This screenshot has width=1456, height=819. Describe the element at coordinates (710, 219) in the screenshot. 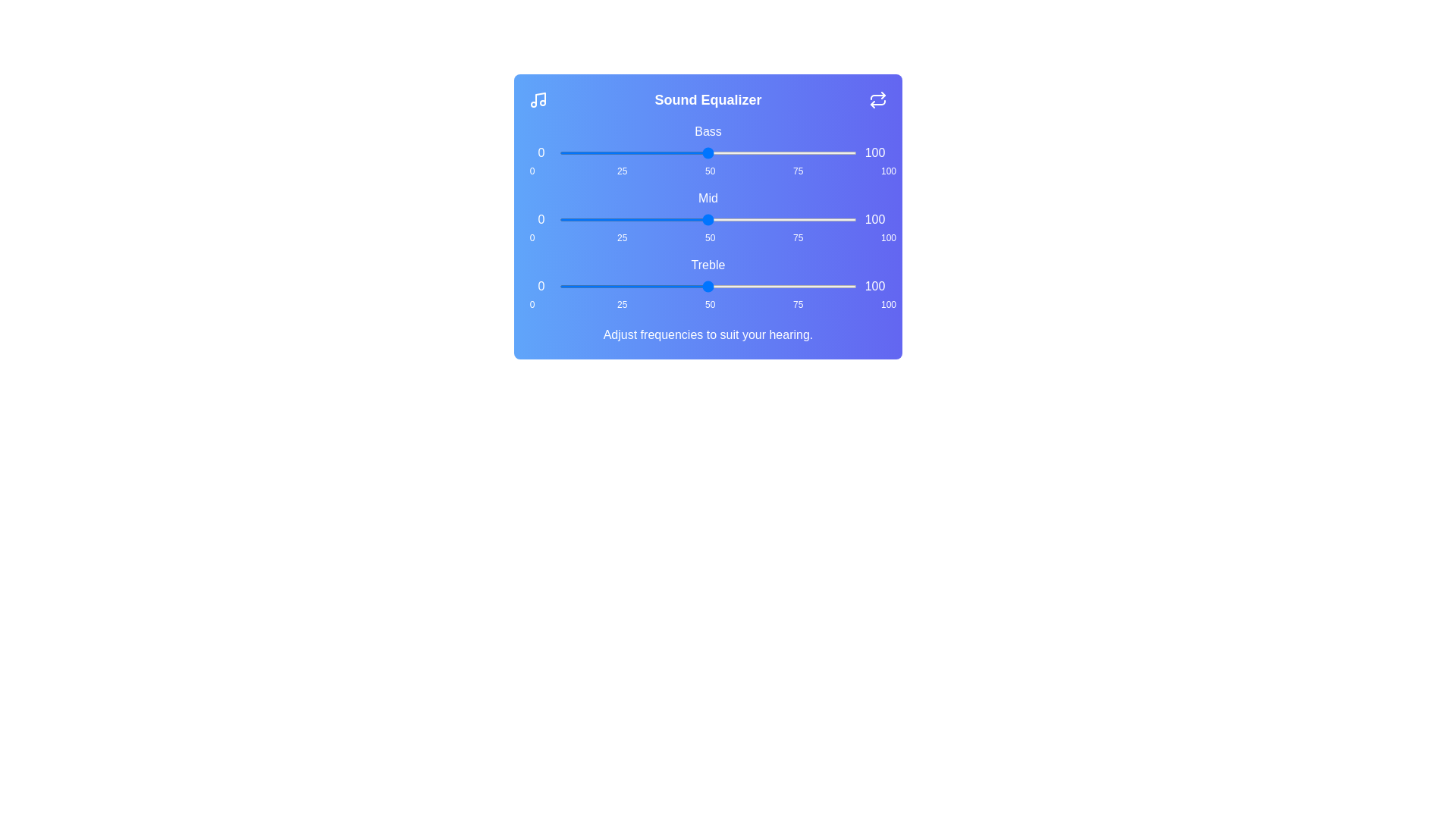

I see `the 'mid' slider to 51` at that location.